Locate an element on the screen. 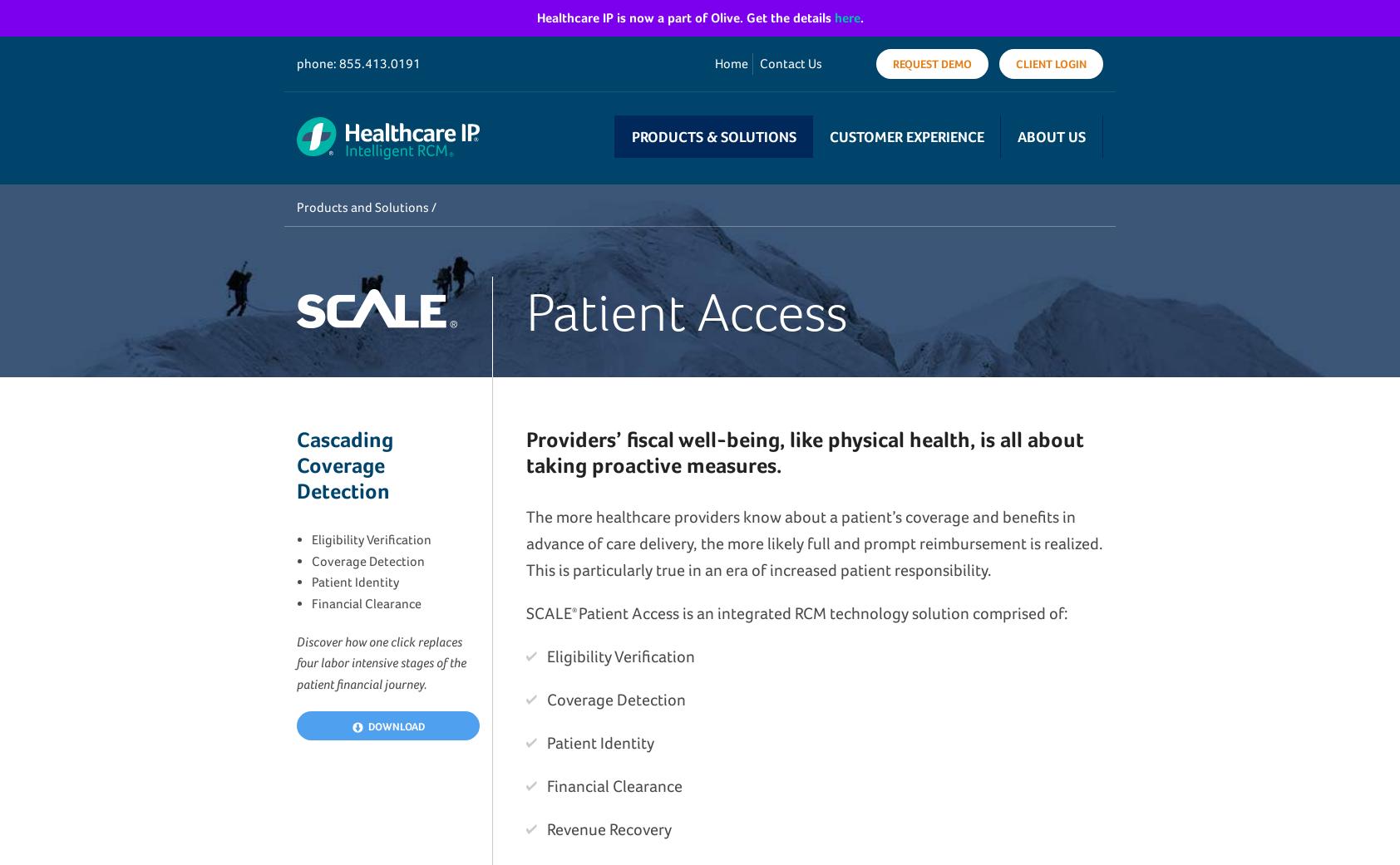 This screenshot has height=865, width=1400. 'here' is located at coordinates (832, 17).